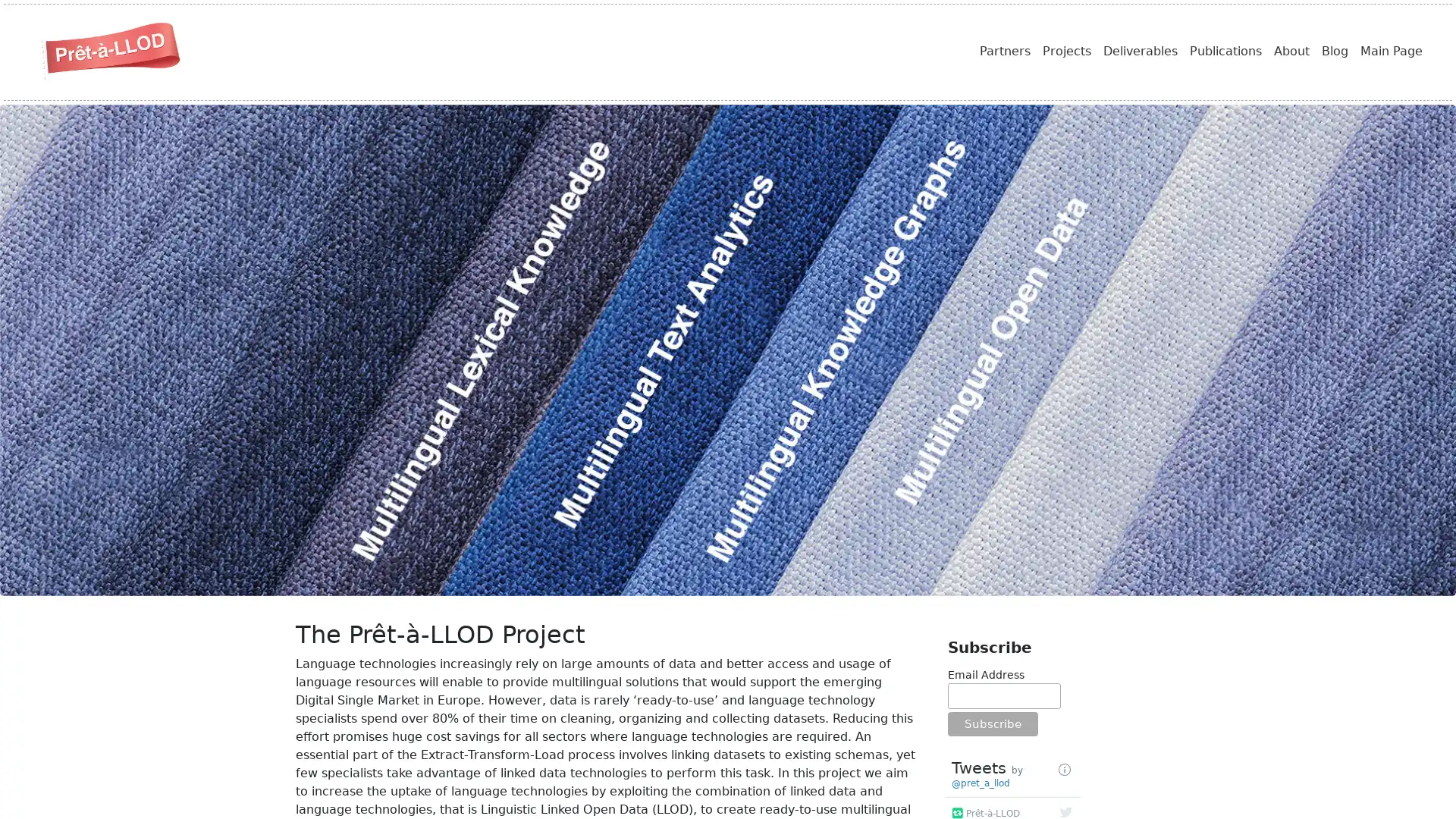 This screenshot has width=1456, height=819. I want to click on Subscribe, so click(992, 723).